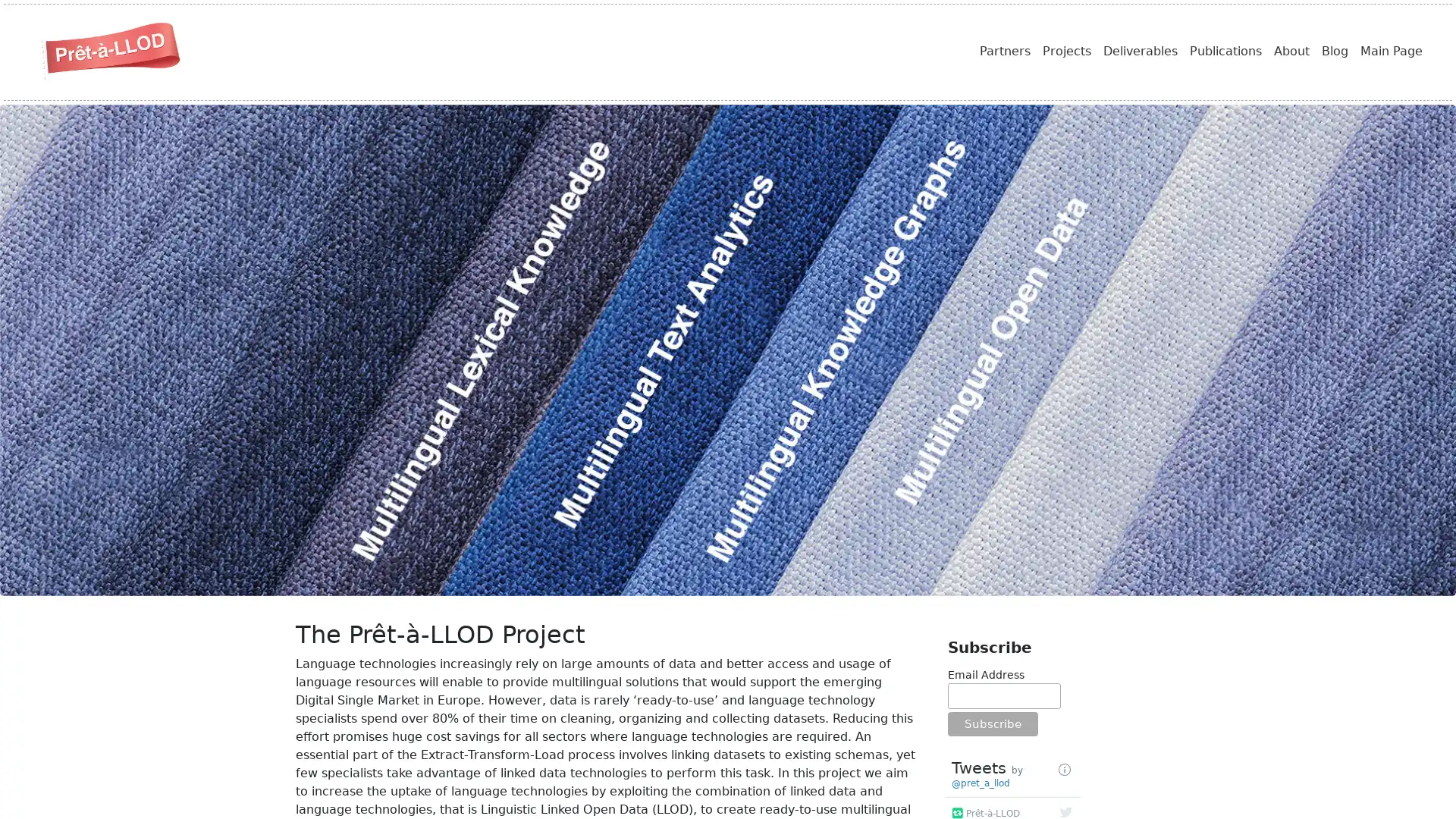 This screenshot has width=1456, height=819. I want to click on Subscribe, so click(992, 723).